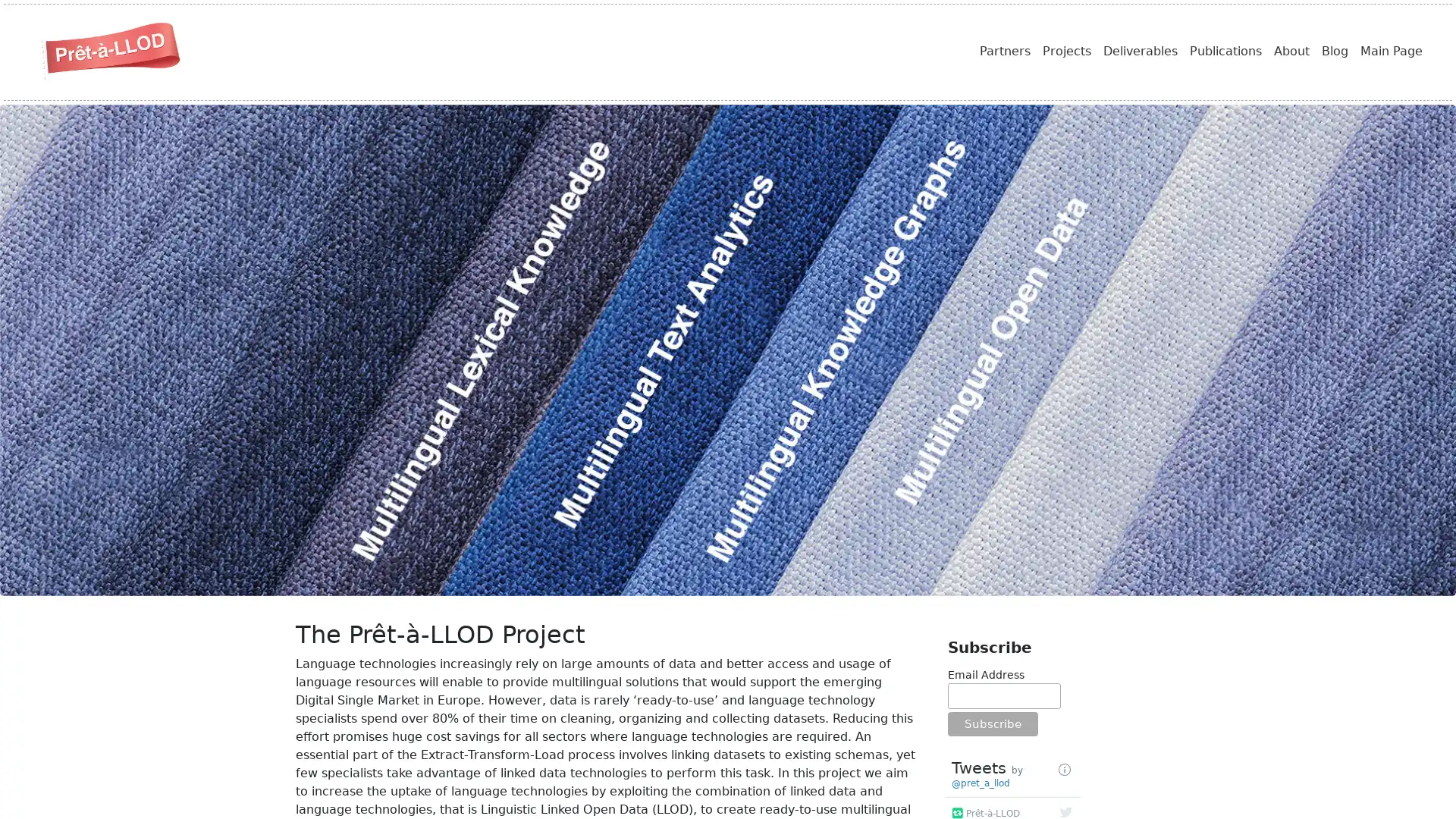 This screenshot has width=1456, height=819. I want to click on Subscribe, so click(992, 723).